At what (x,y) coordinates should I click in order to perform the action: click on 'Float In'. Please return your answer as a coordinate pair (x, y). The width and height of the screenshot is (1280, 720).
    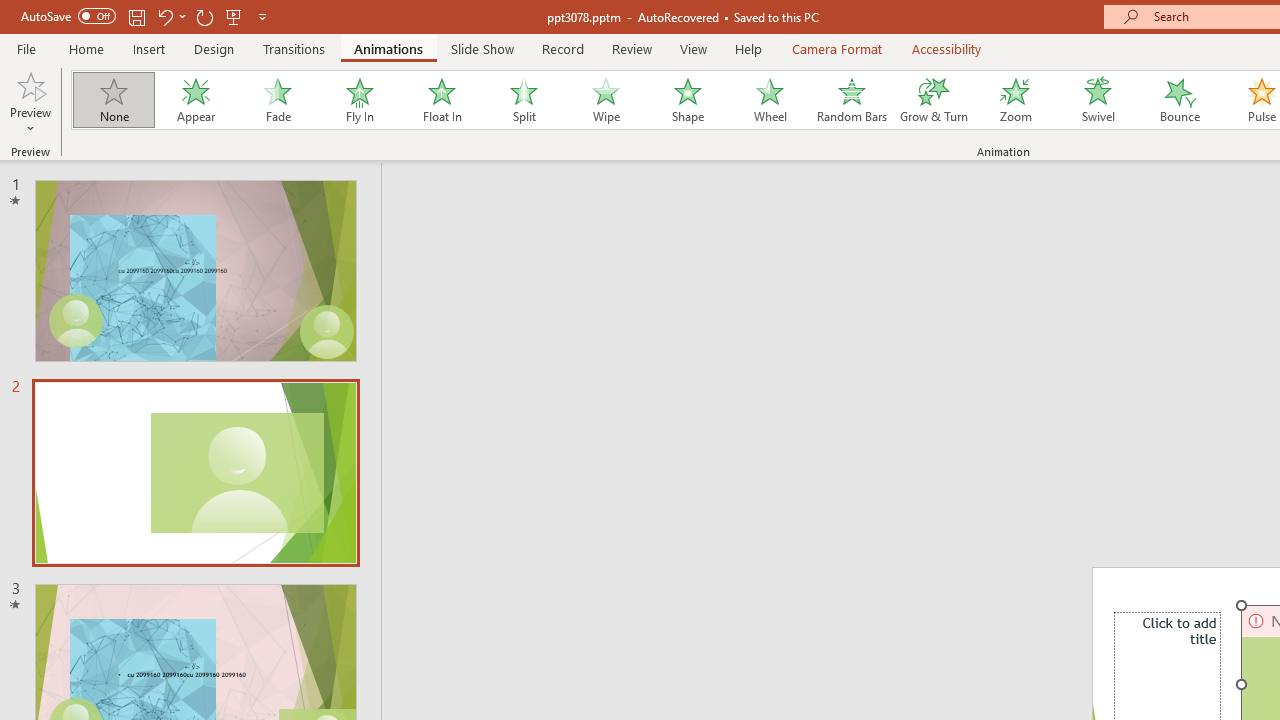
    Looking at the image, I should click on (440, 100).